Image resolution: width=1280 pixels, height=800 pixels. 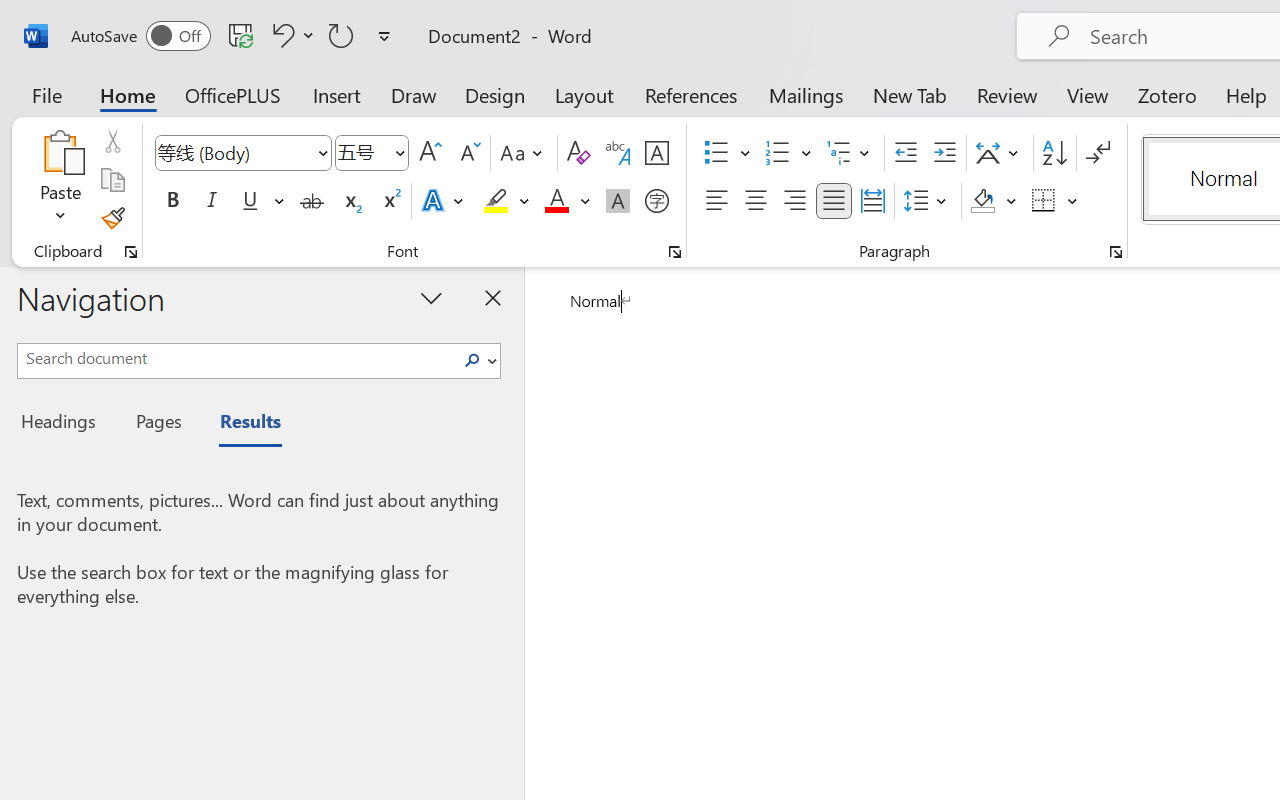 I want to click on 'Undo Apply Quick Style', so click(x=279, y=34).